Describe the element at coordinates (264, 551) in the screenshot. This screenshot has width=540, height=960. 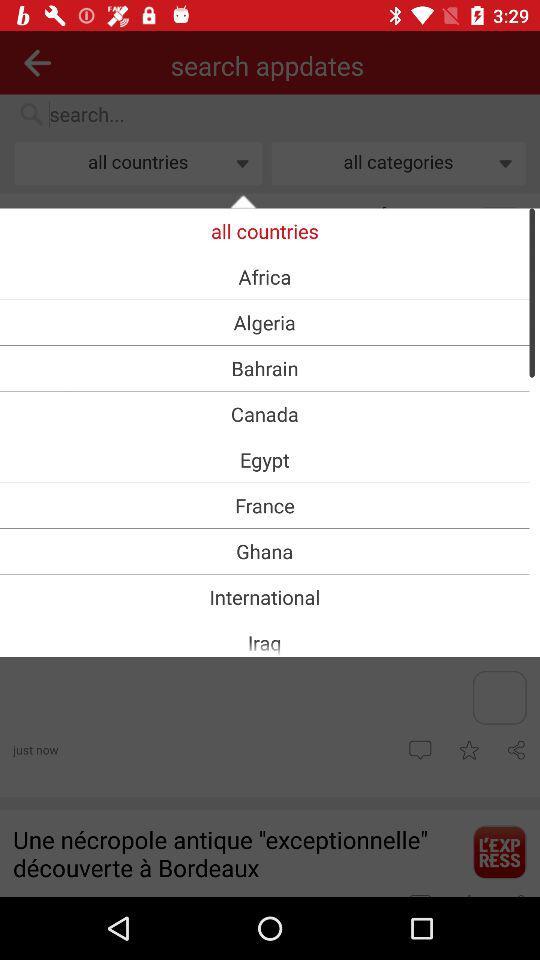
I see `ghana item` at that location.